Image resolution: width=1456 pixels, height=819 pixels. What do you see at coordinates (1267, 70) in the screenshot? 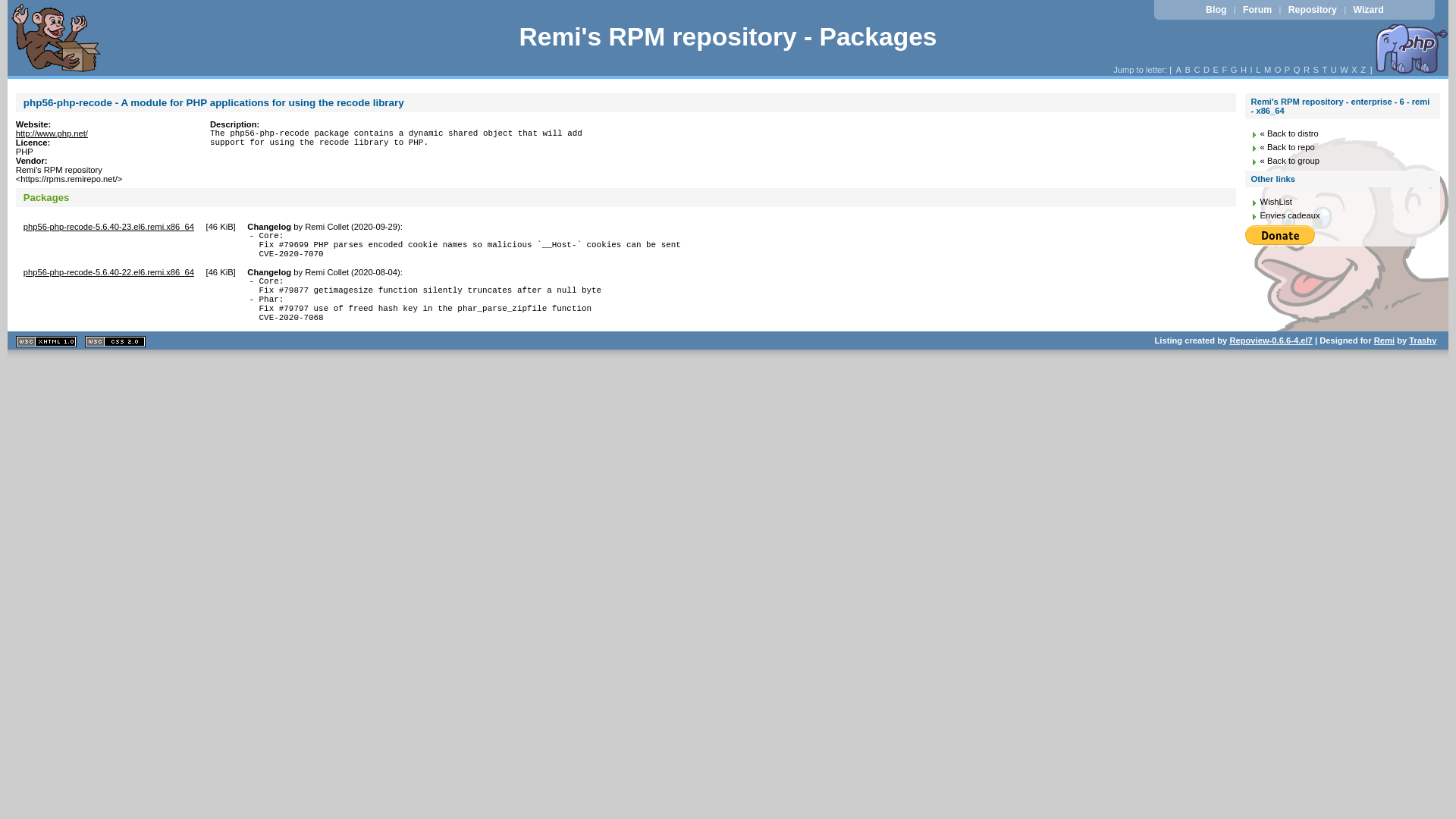
I see `'M'` at bounding box center [1267, 70].